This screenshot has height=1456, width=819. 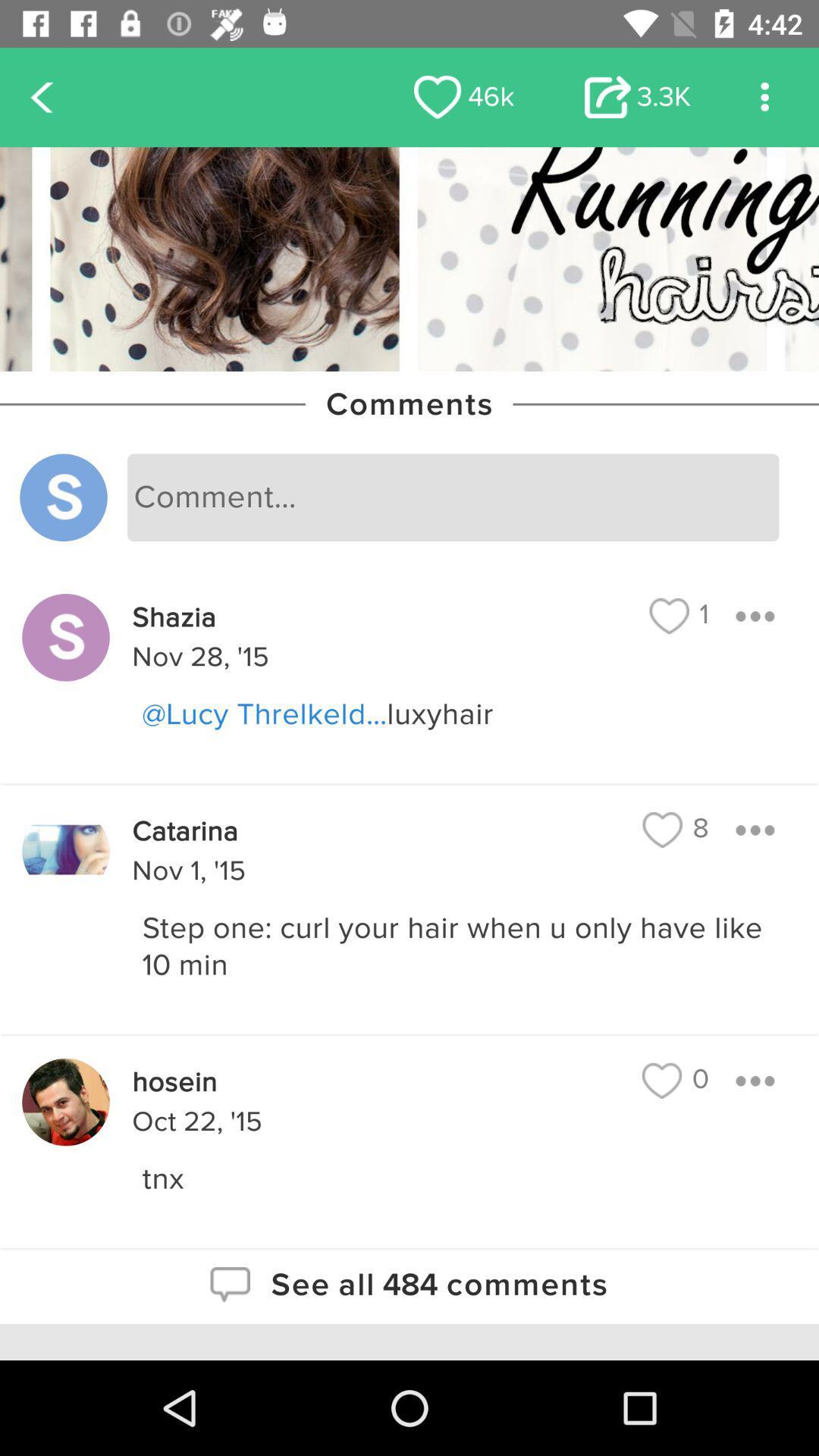 What do you see at coordinates (764, 96) in the screenshot?
I see `autoplay option` at bounding box center [764, 96].